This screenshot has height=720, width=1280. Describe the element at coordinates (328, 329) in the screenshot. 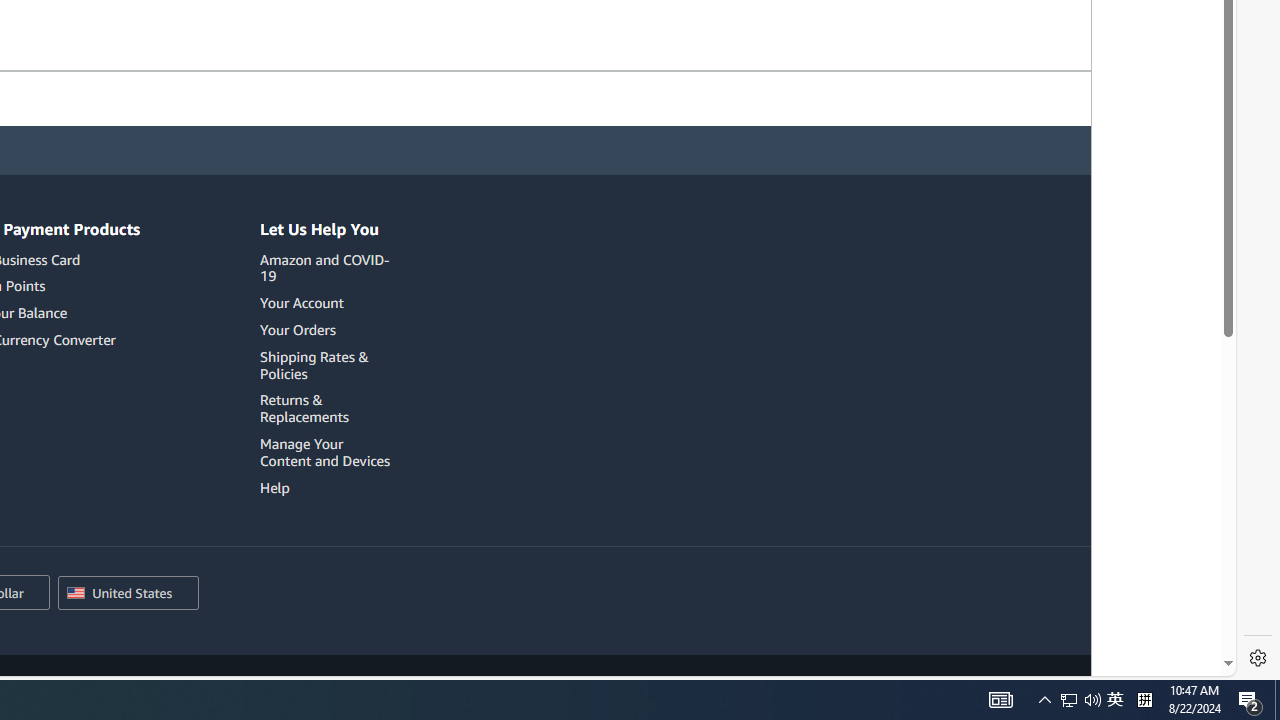

I see `'Your Orders'` at that location.